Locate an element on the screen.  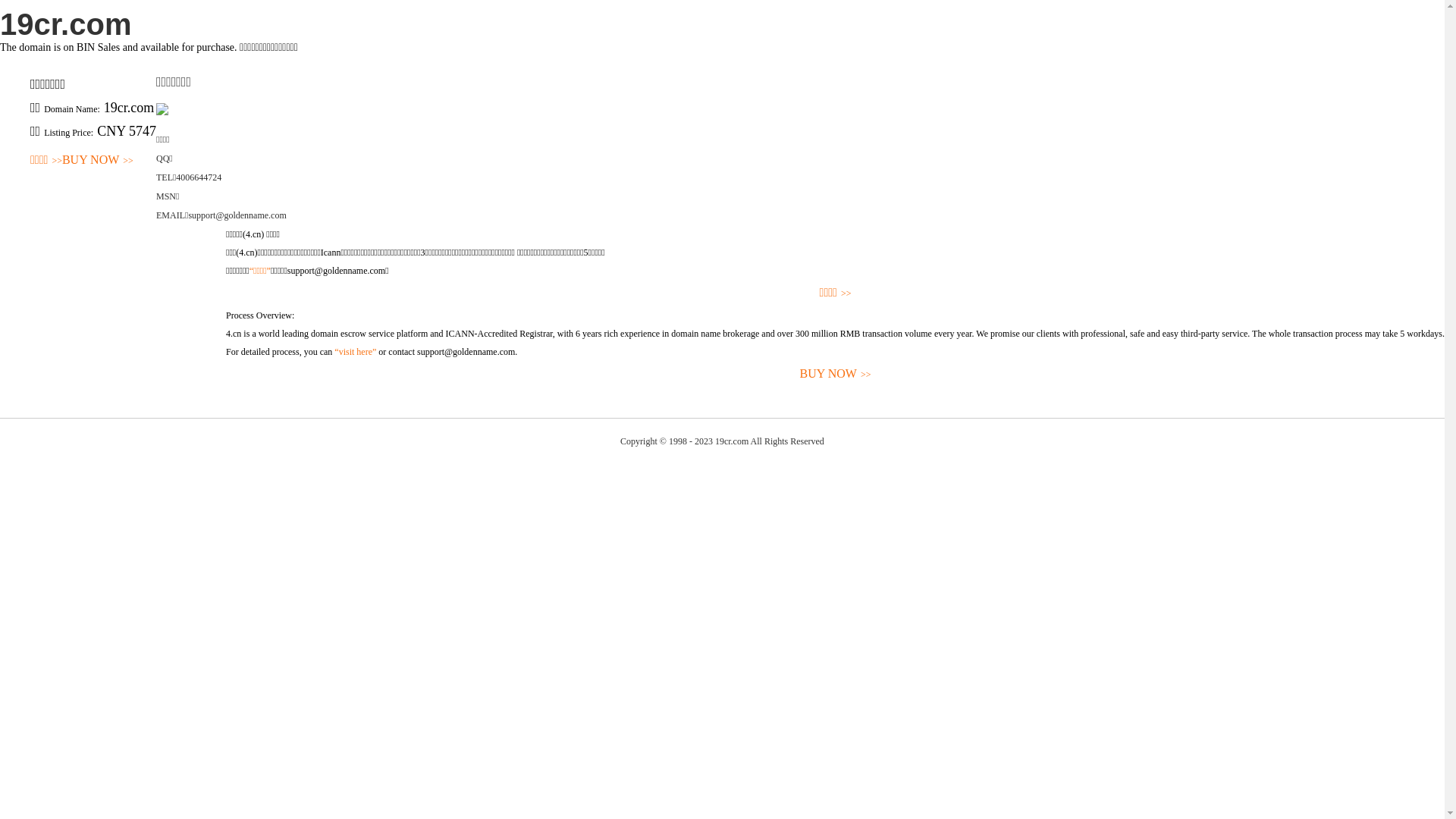
'BUY NOW>>' is located at coordinates (834, 374).